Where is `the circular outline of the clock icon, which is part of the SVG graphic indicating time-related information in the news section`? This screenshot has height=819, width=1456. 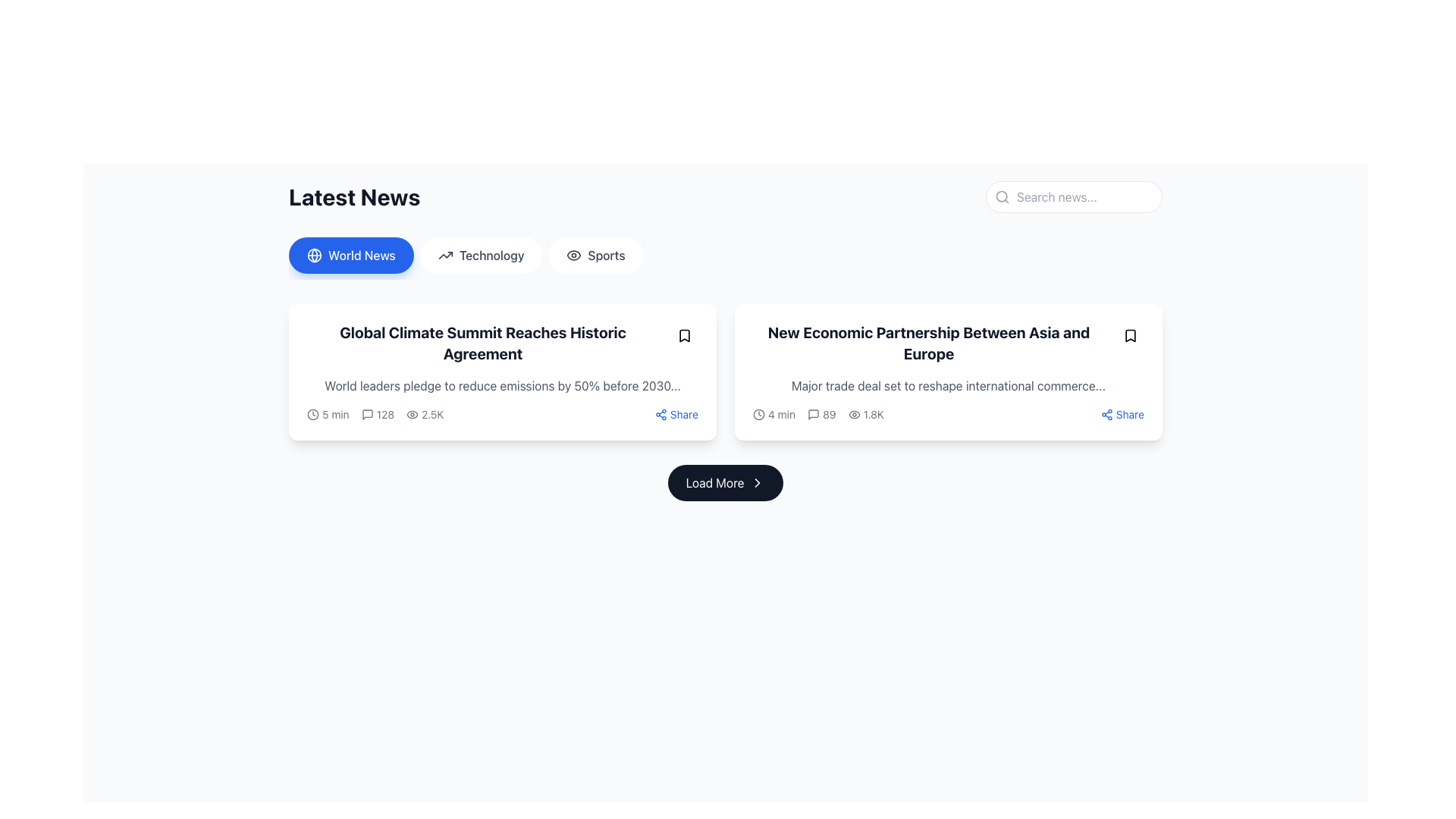
the circular outline of the clock icon, which is part of the SVG graphic indicating time-related information in the news section is located at coordinates (312, 415).